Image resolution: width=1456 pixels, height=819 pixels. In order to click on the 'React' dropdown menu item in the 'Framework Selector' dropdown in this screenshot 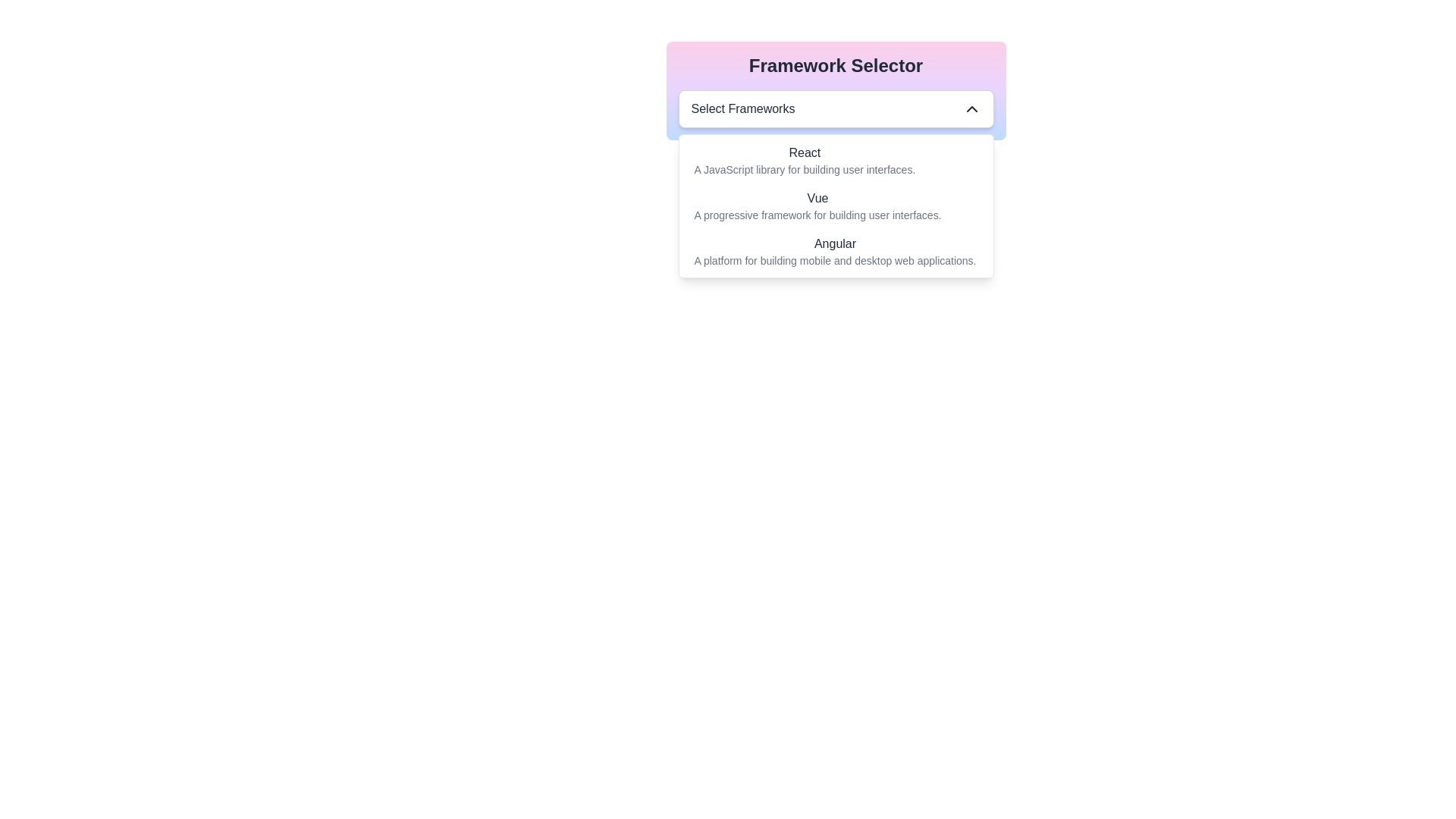, I will do `click(835, 161)`.